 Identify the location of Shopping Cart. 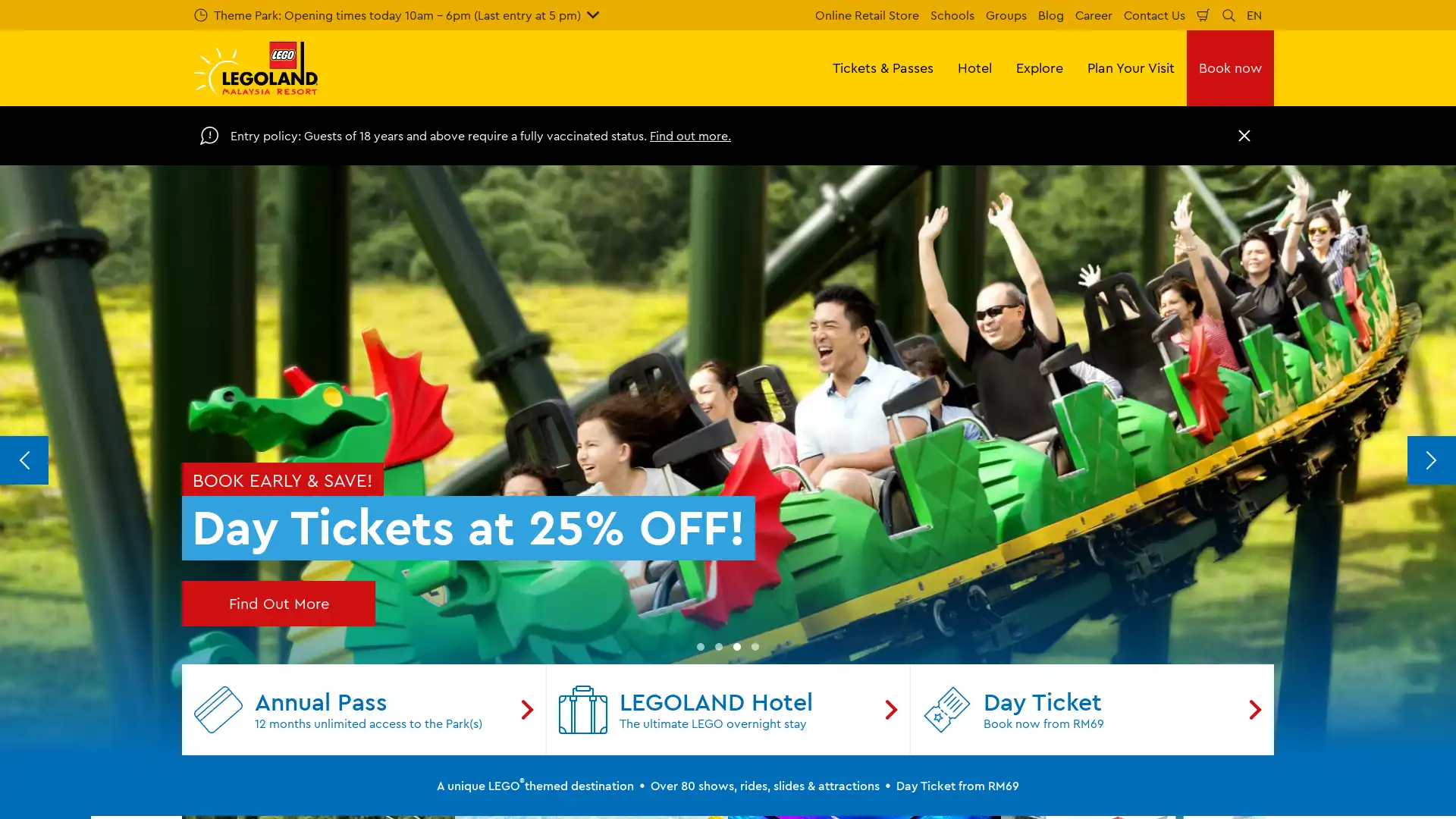
(1203, 14).